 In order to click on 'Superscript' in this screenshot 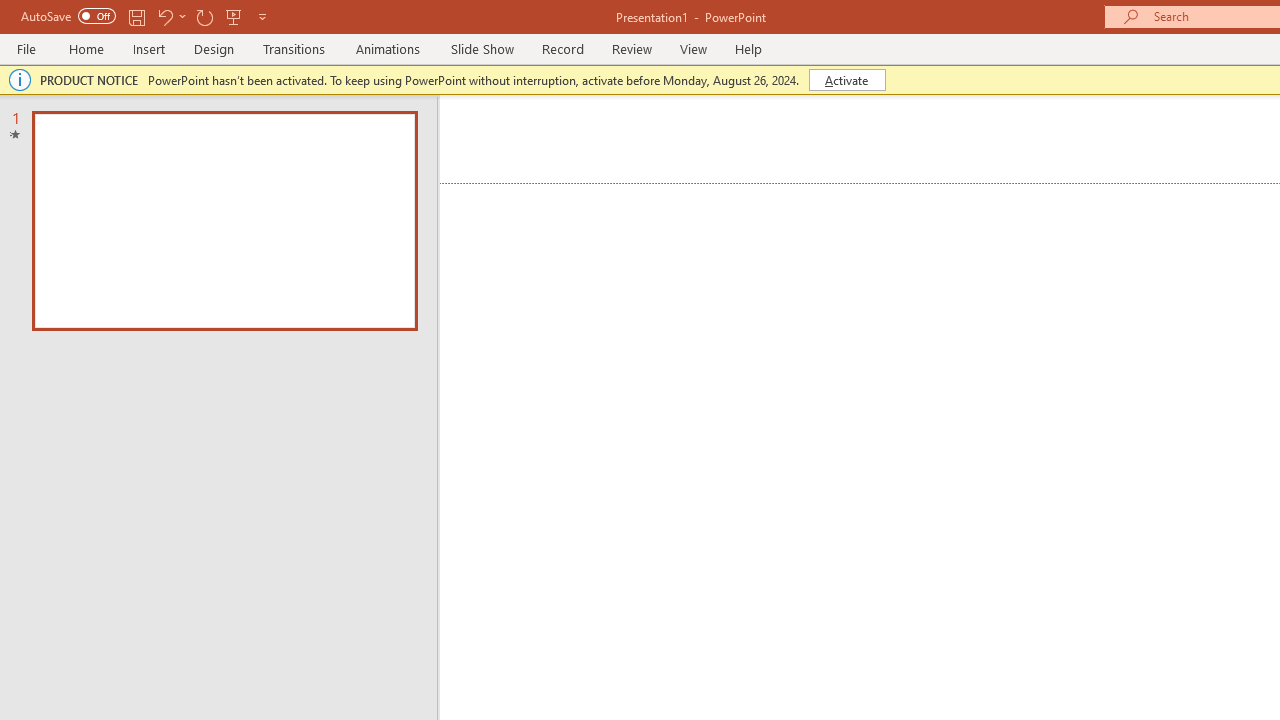, I will do `click(390, 181)`.